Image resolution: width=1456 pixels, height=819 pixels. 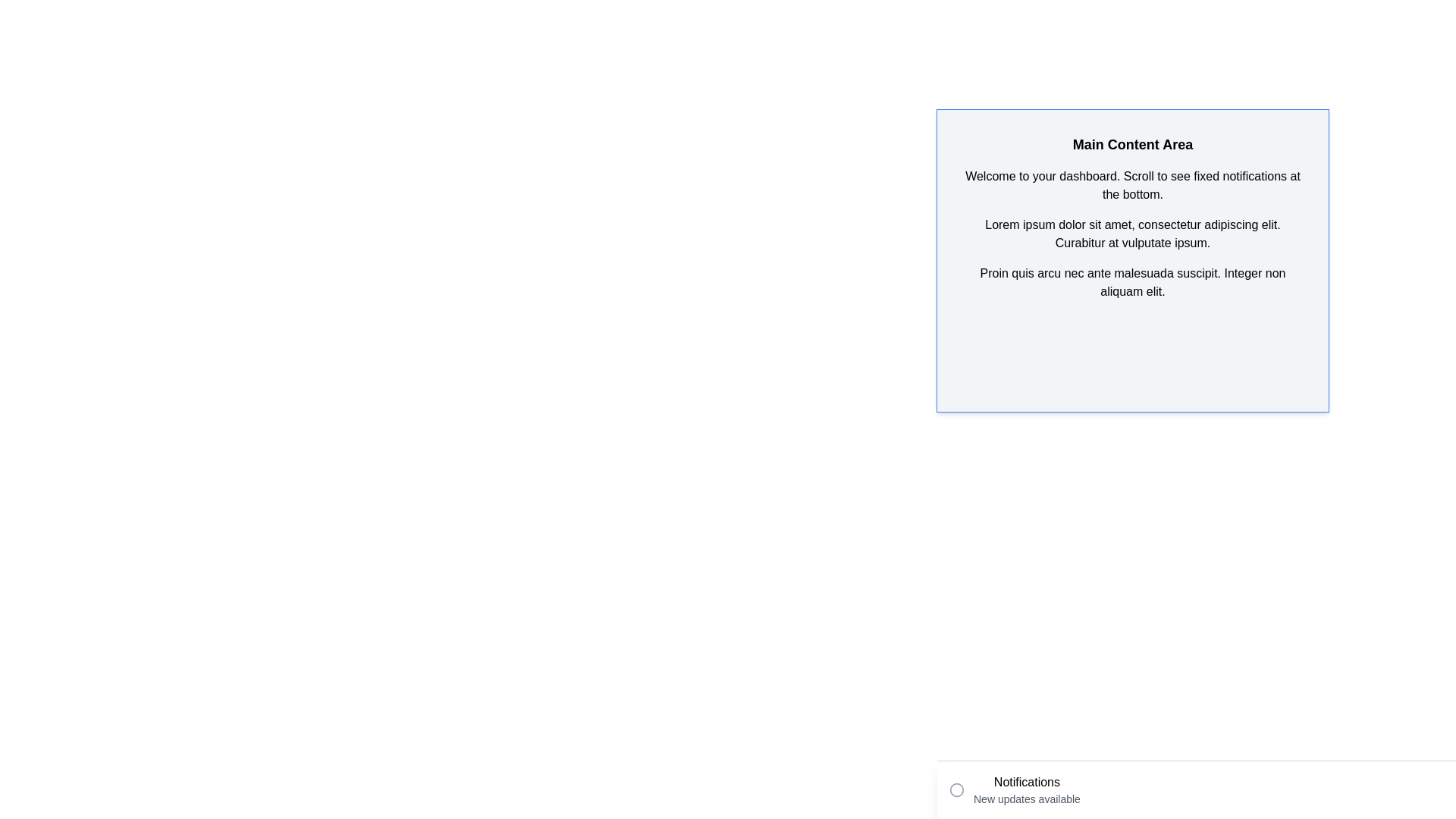 I want to click on the informational Static Text element that provides guidance regarding the dashboard layout, suggesting actions like scrolling, so click(x=1132, y=185).